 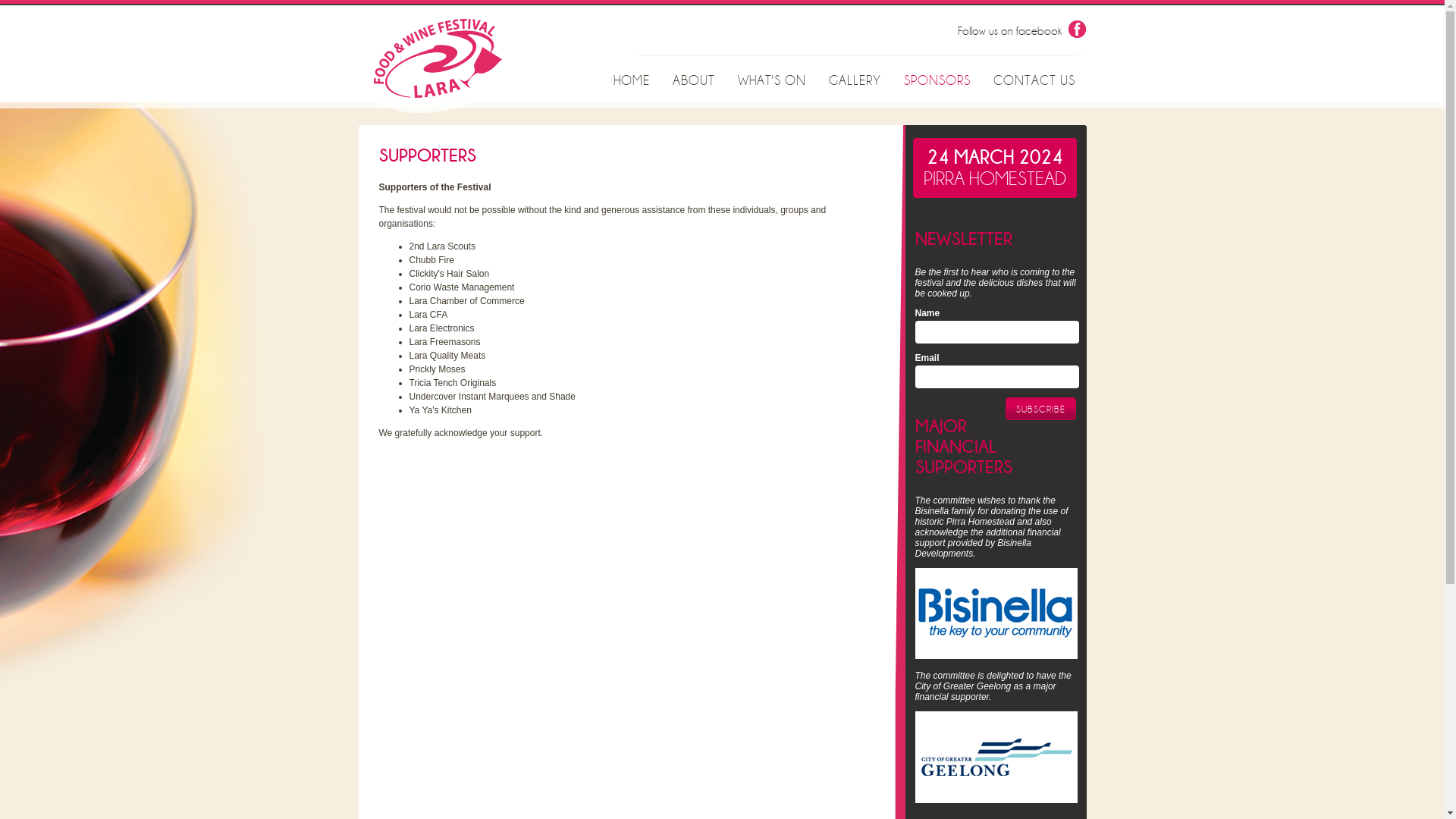 What do you see at coordinates (935, 81) in the screenshot?
I see `'SPONSORS'` at bounding box center [935, 81].